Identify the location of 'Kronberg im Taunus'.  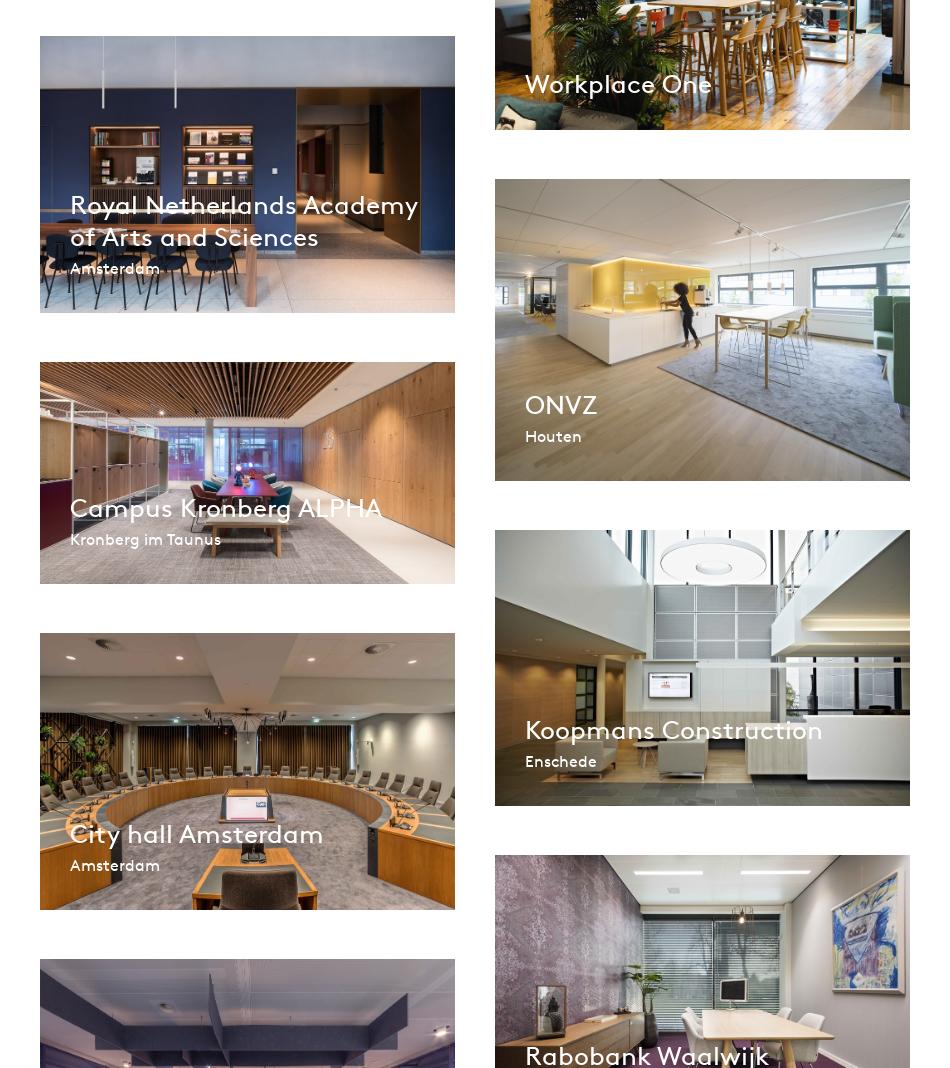
(145, 536).